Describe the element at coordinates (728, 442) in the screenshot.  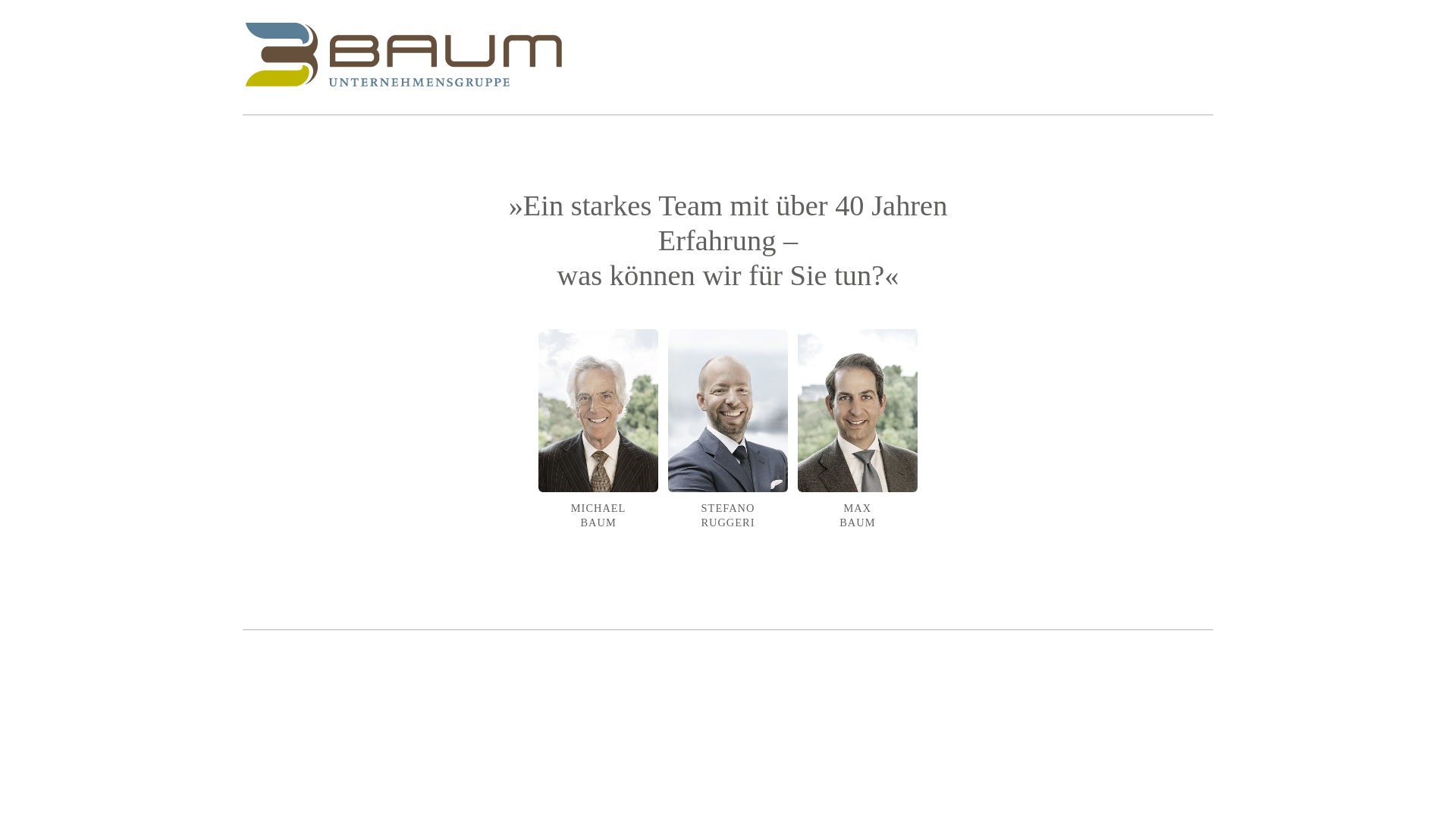
I see `'STEFANO` at that location.